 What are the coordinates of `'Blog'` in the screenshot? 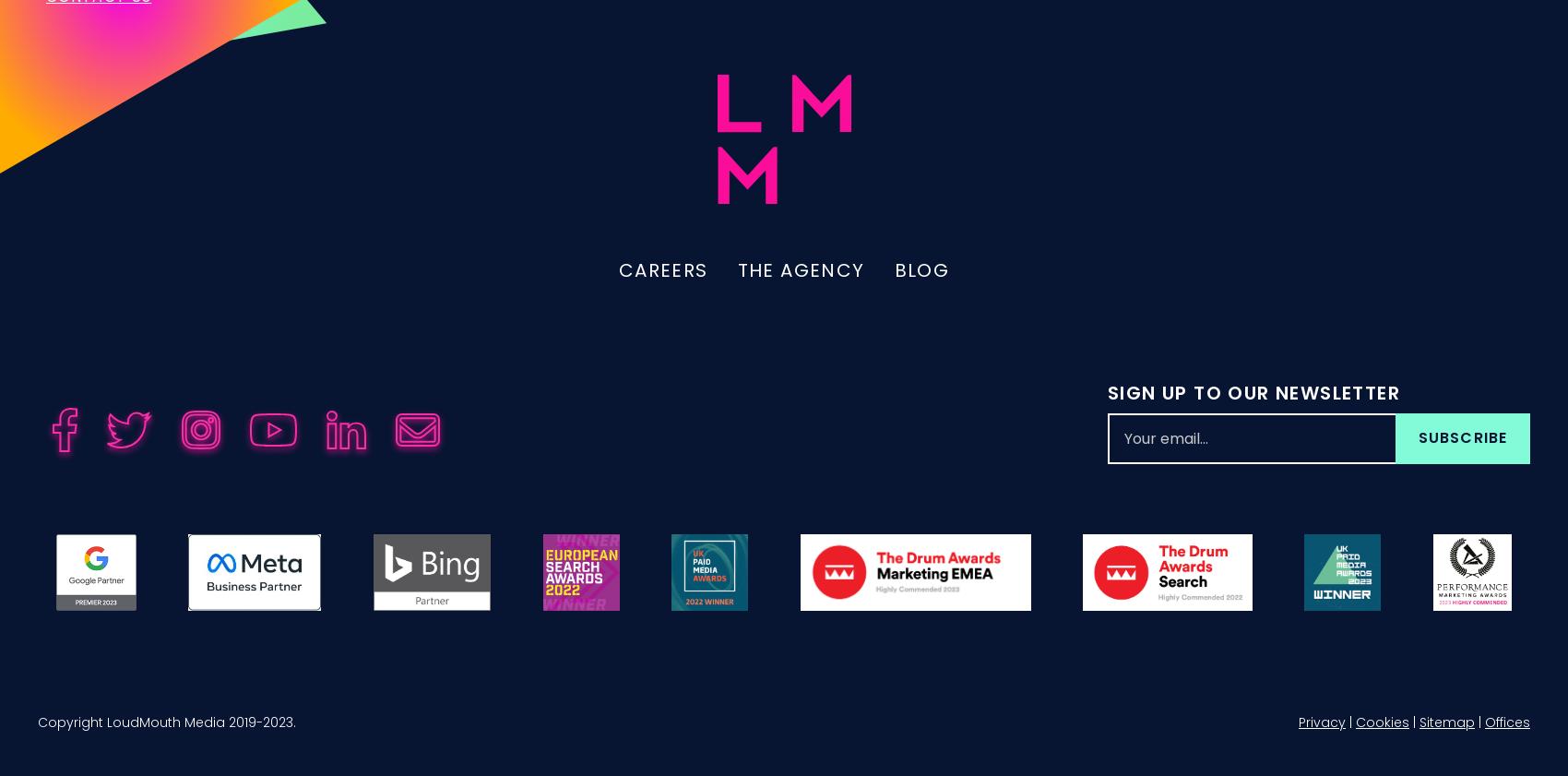 It's located at (920, 290).